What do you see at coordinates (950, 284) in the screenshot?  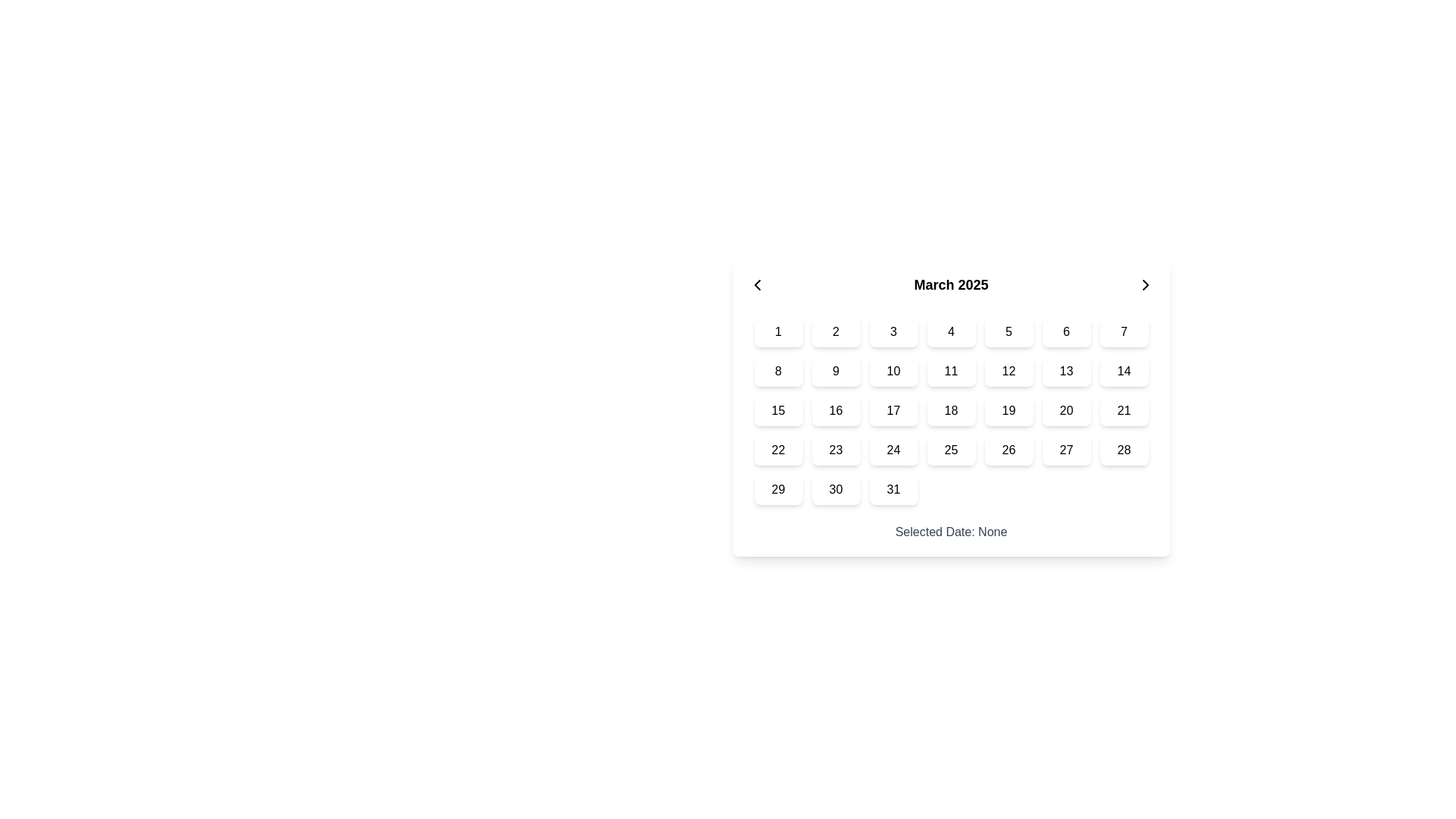 I see `the text label that indicates the currently displayed month and year in the calendar, which is centered in the header between two arrow buttons` at bounding box center [950, 284].